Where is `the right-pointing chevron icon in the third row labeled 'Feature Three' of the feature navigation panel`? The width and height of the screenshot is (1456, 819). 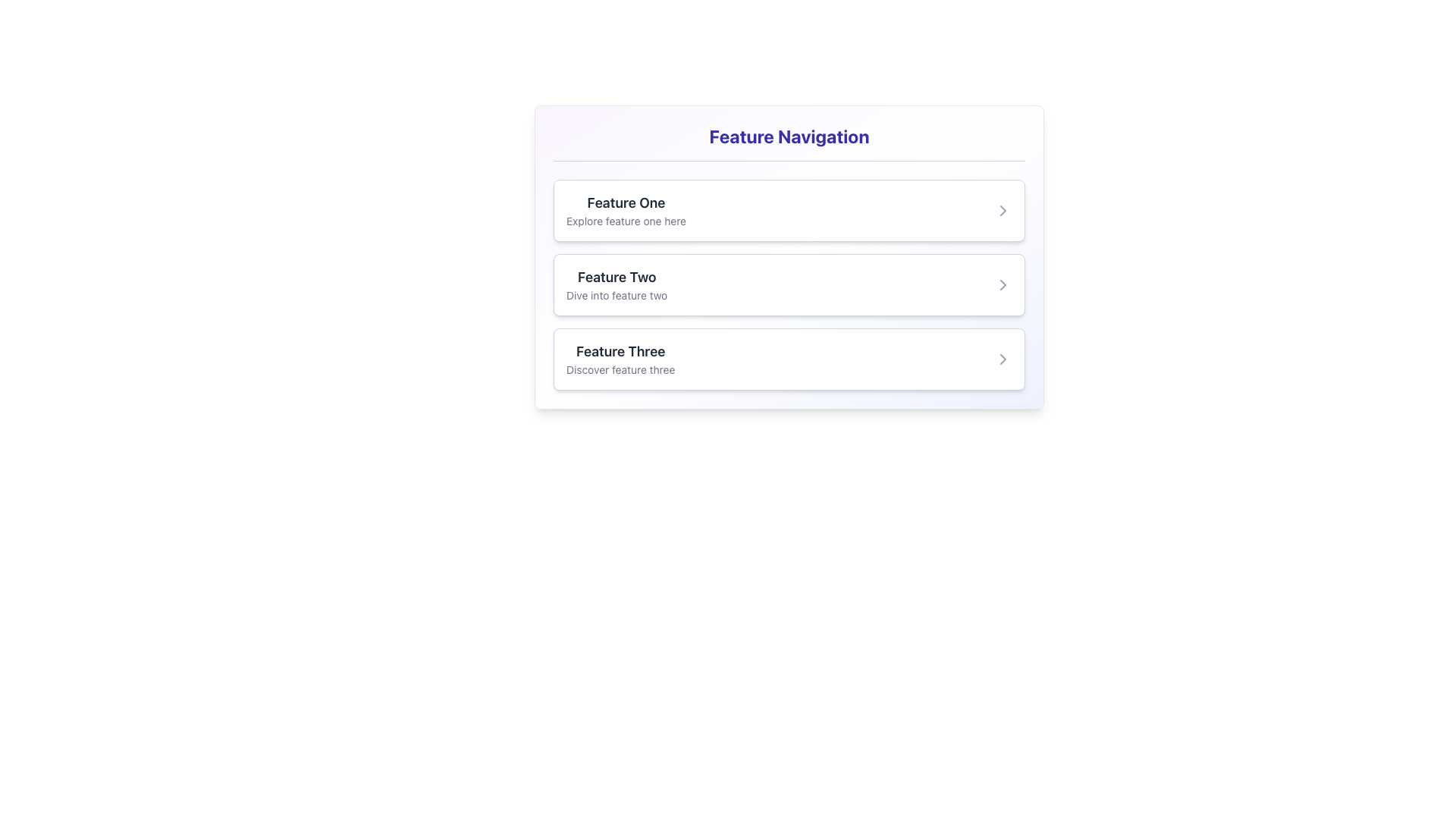
the right-pointing chevron icon in the third row labeled 'Feature Three' of the feature navigation panel is located at coordinates (1003, 359).